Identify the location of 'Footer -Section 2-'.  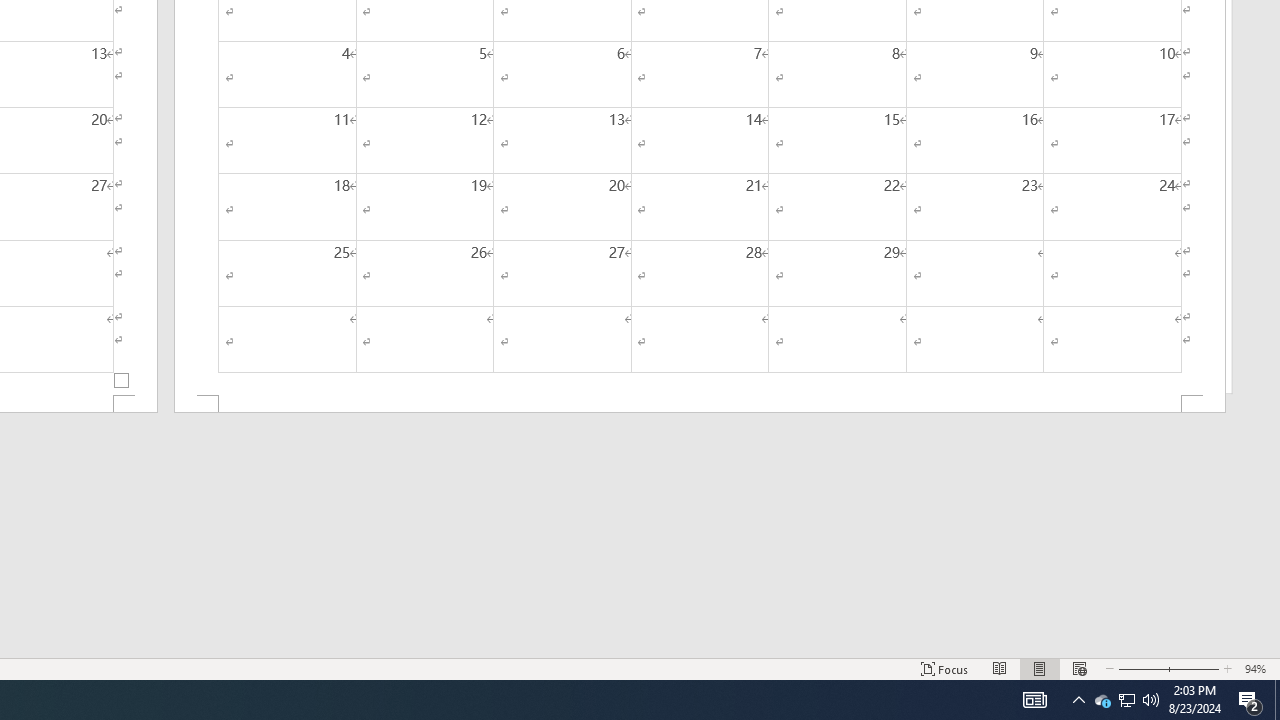
(700, 404).